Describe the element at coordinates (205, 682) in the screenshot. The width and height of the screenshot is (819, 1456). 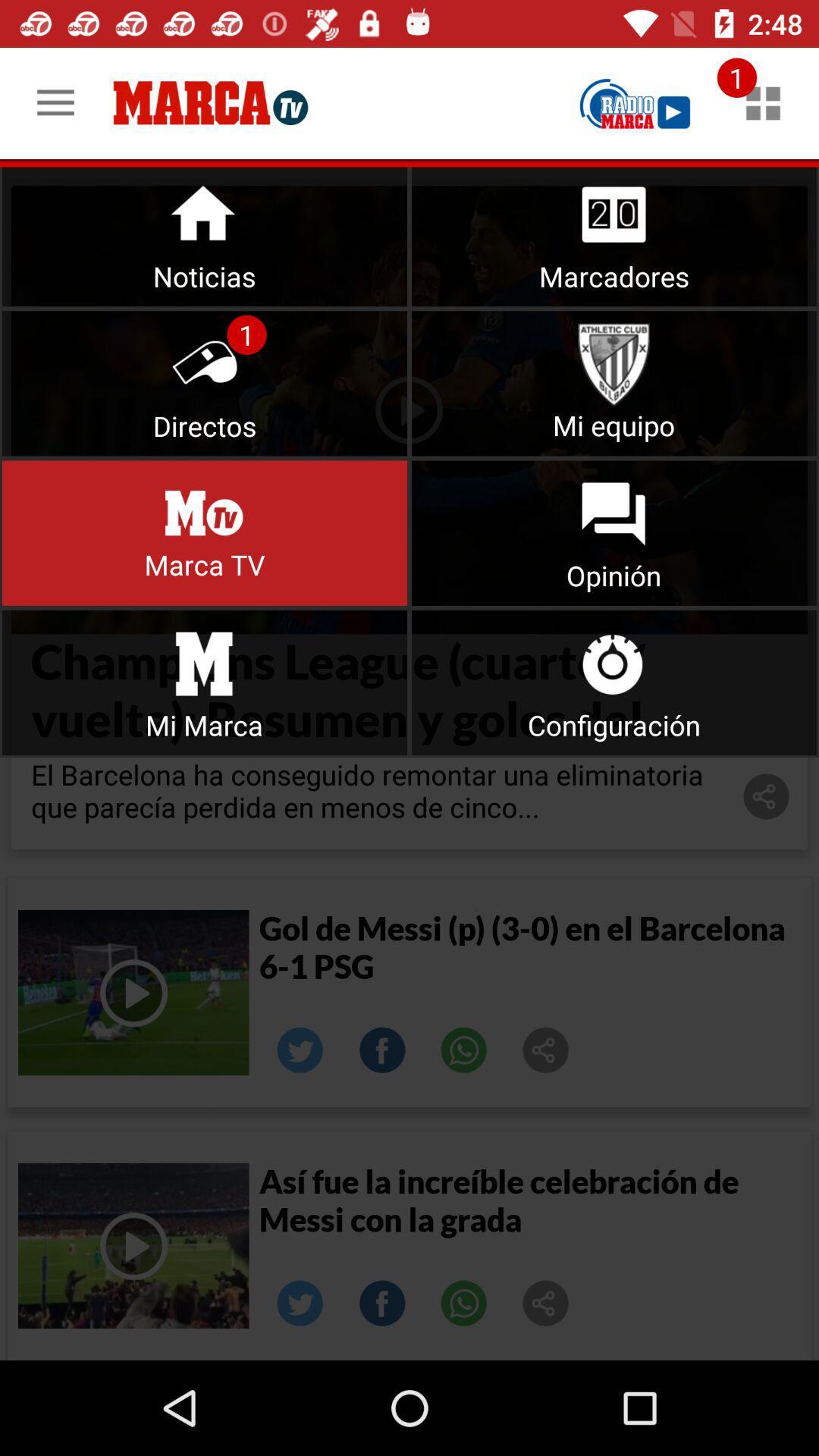
I see `click it` at that location.